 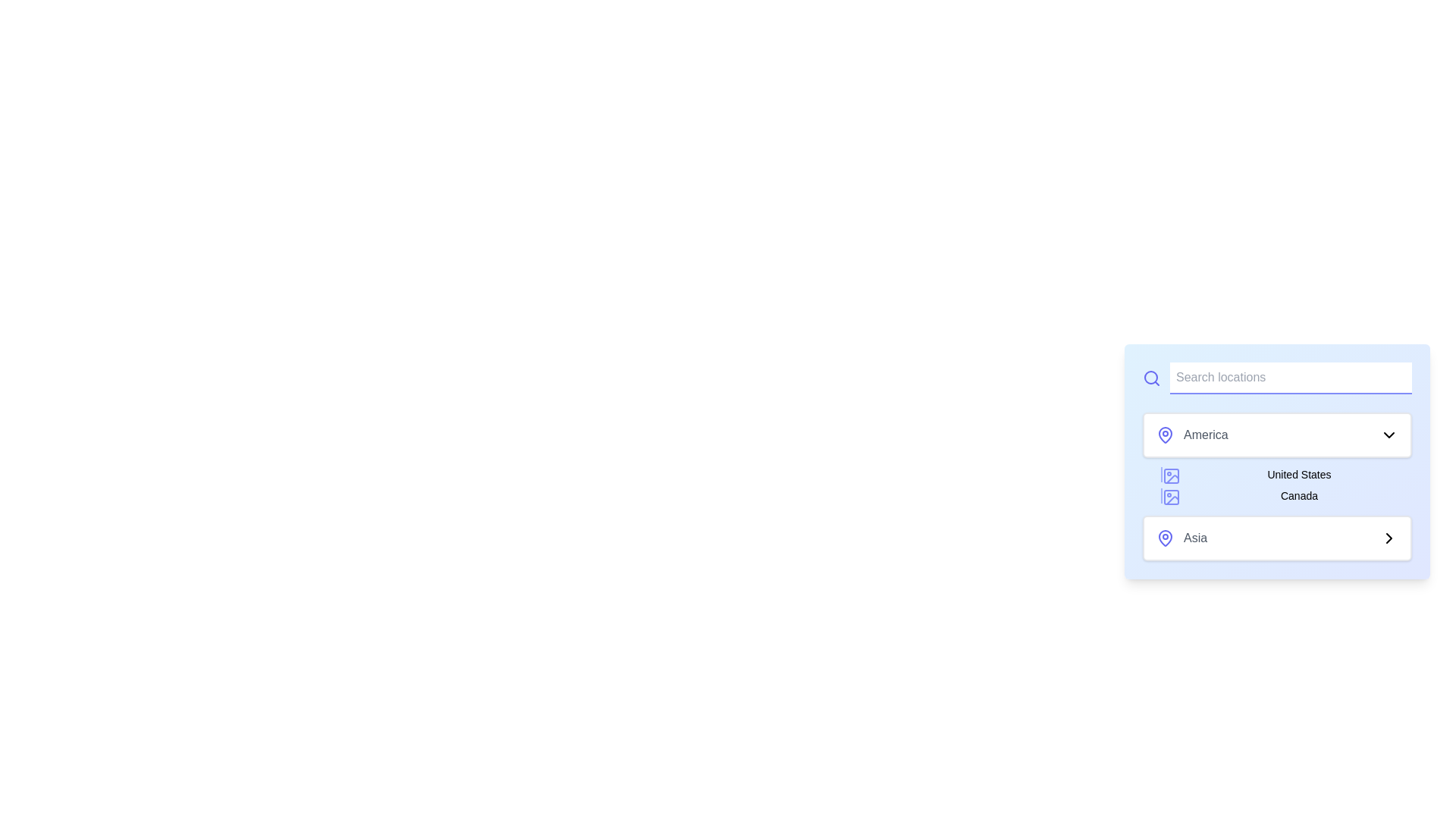 What do you see at coordinates (1151, 377) in the screenshot?
I see `the SVG-based search icon located at the far-left side of the layout` at bounding box center [1151, 377].